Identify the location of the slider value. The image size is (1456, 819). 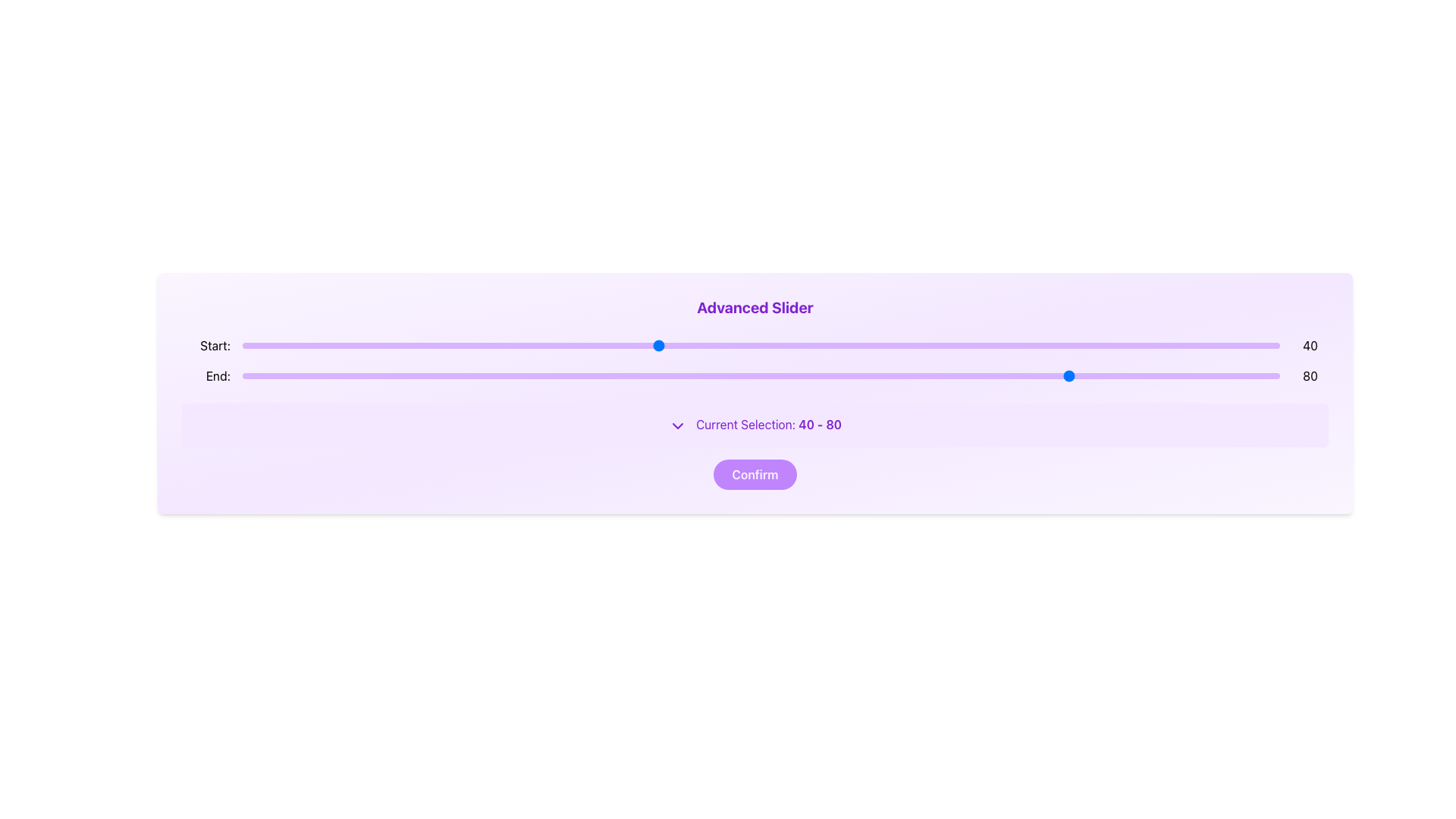
(730, 375).